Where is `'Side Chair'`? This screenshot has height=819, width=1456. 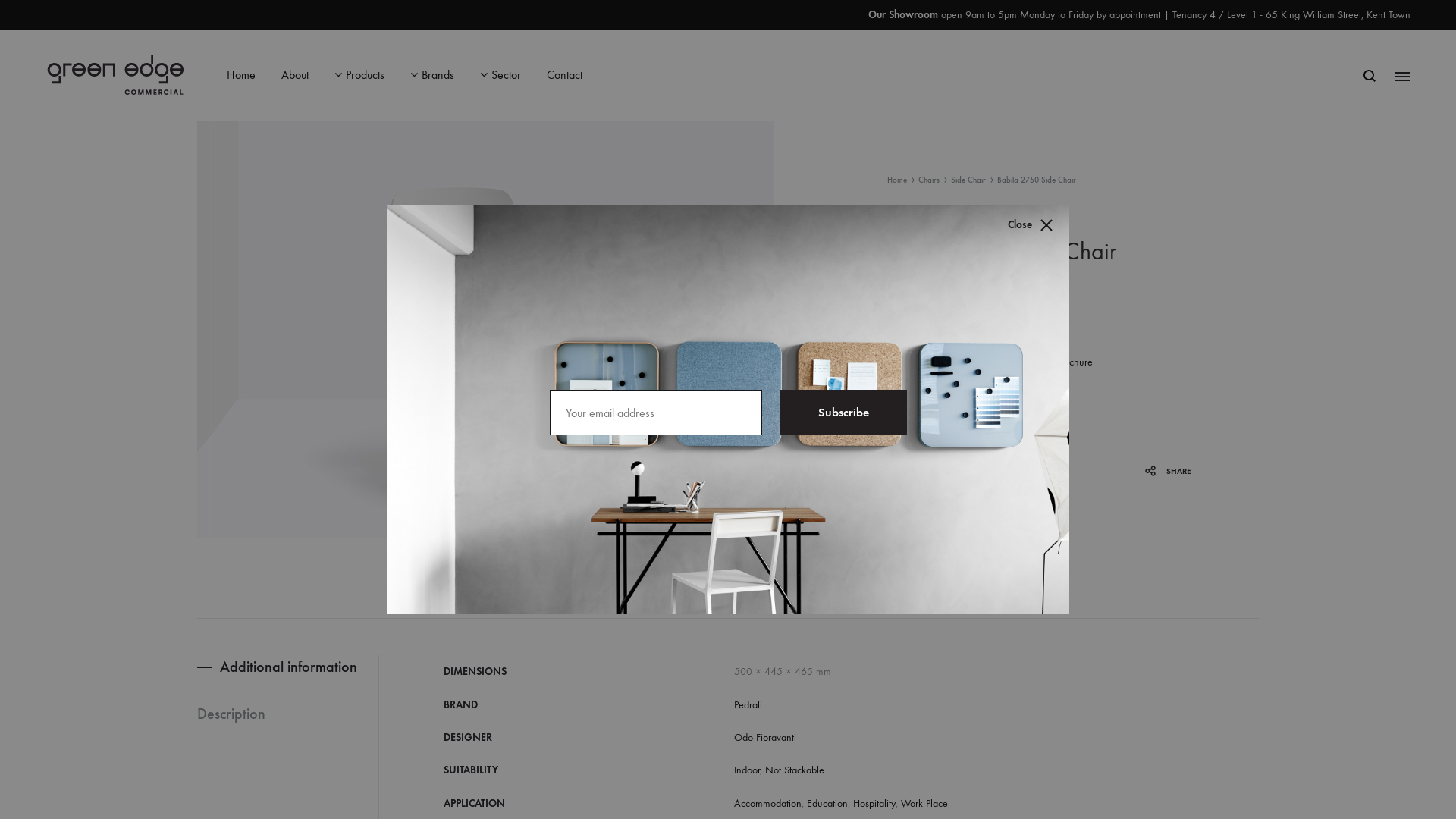
'Side Chair' is located at coordinates (967, 179).